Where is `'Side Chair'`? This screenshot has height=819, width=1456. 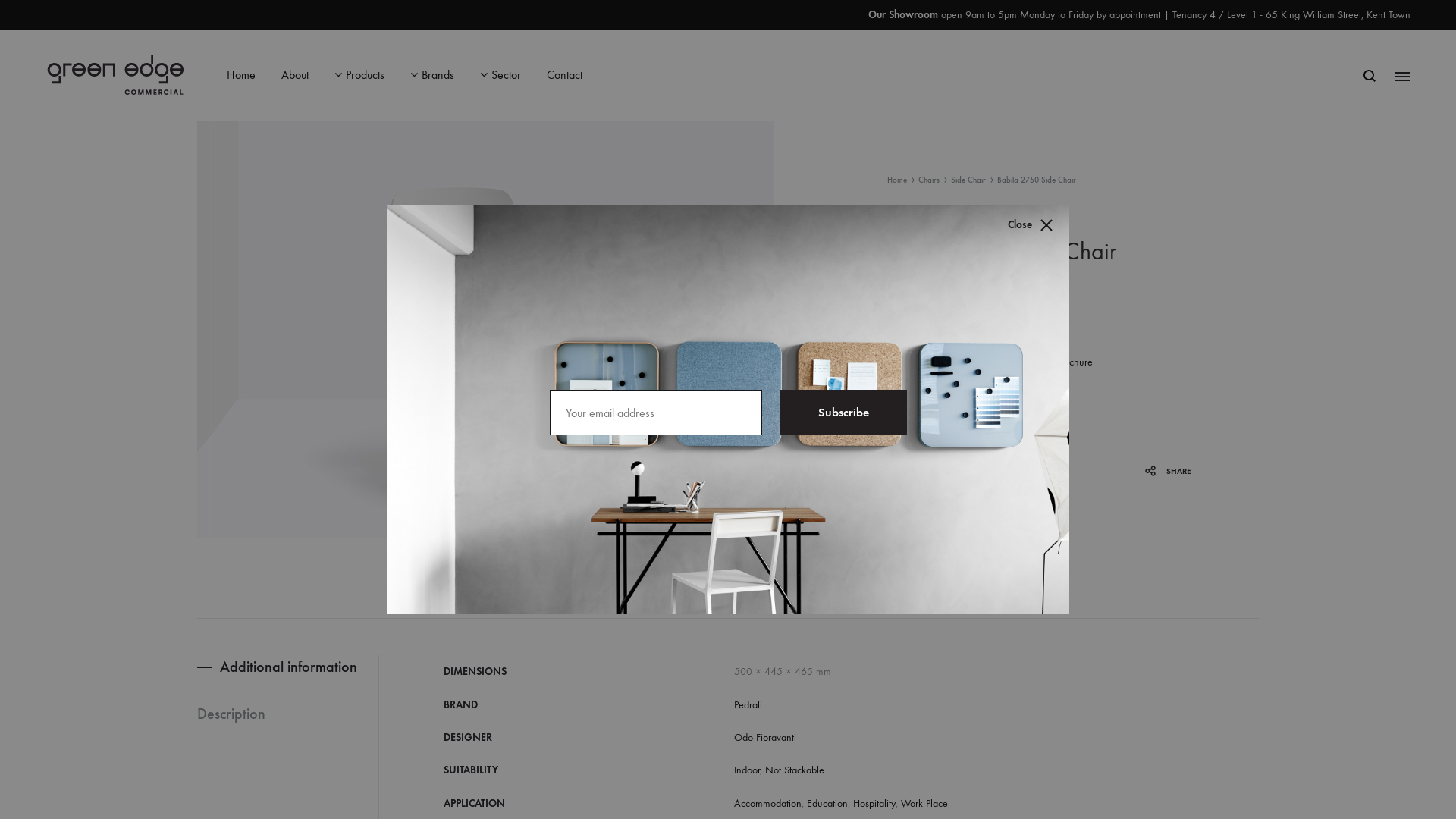
'Side Chair' is located at coordinates (967, 179).